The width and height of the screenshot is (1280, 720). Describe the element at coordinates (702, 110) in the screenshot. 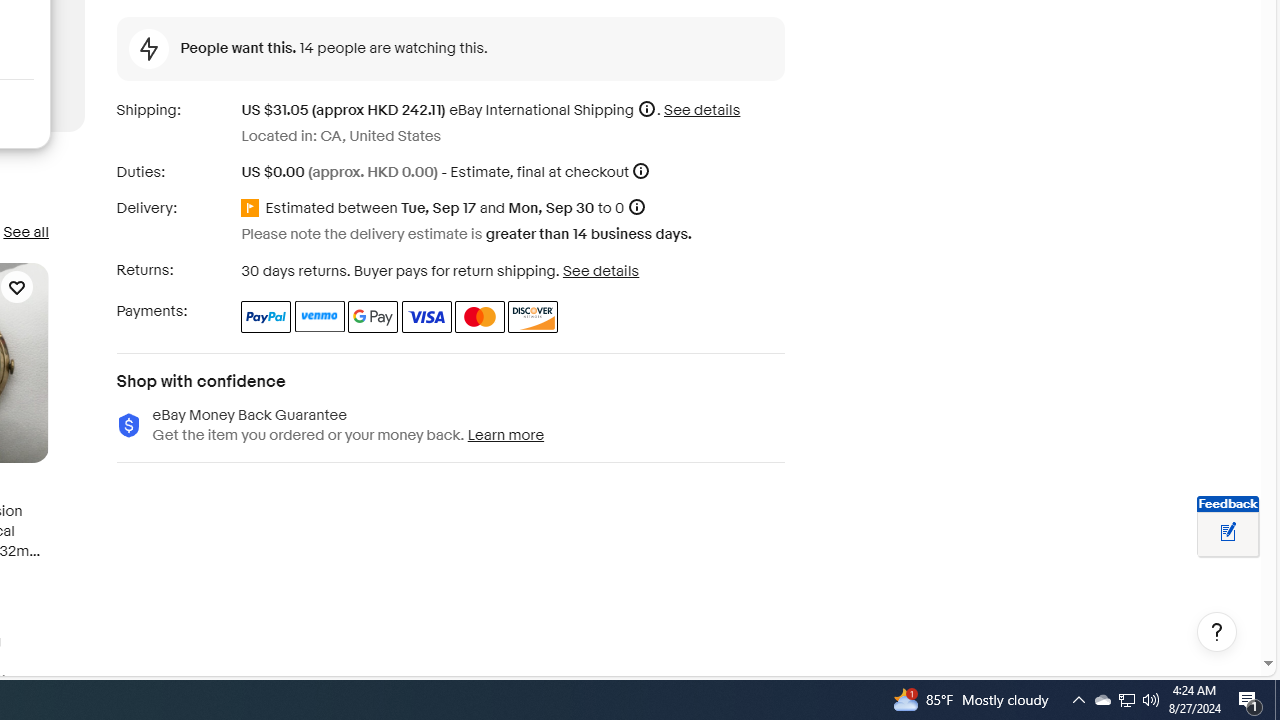

I see `'See details for shipping'` at that location.